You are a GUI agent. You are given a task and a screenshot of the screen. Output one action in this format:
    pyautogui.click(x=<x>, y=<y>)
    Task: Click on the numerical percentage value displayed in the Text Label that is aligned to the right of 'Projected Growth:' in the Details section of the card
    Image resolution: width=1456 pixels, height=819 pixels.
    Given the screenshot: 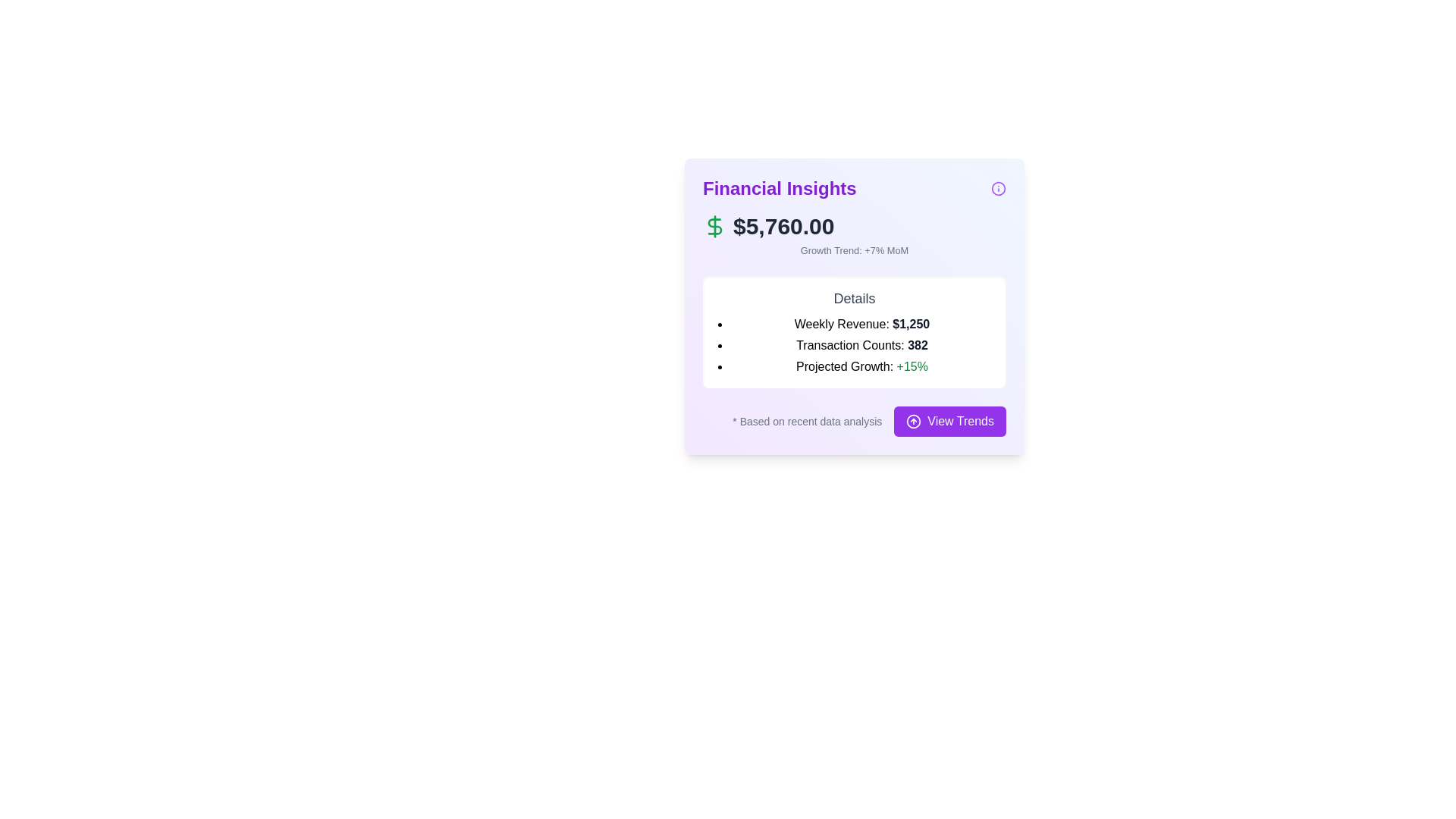 What is the action you would take?
    pyautogui.click(x=912, y=366)
    